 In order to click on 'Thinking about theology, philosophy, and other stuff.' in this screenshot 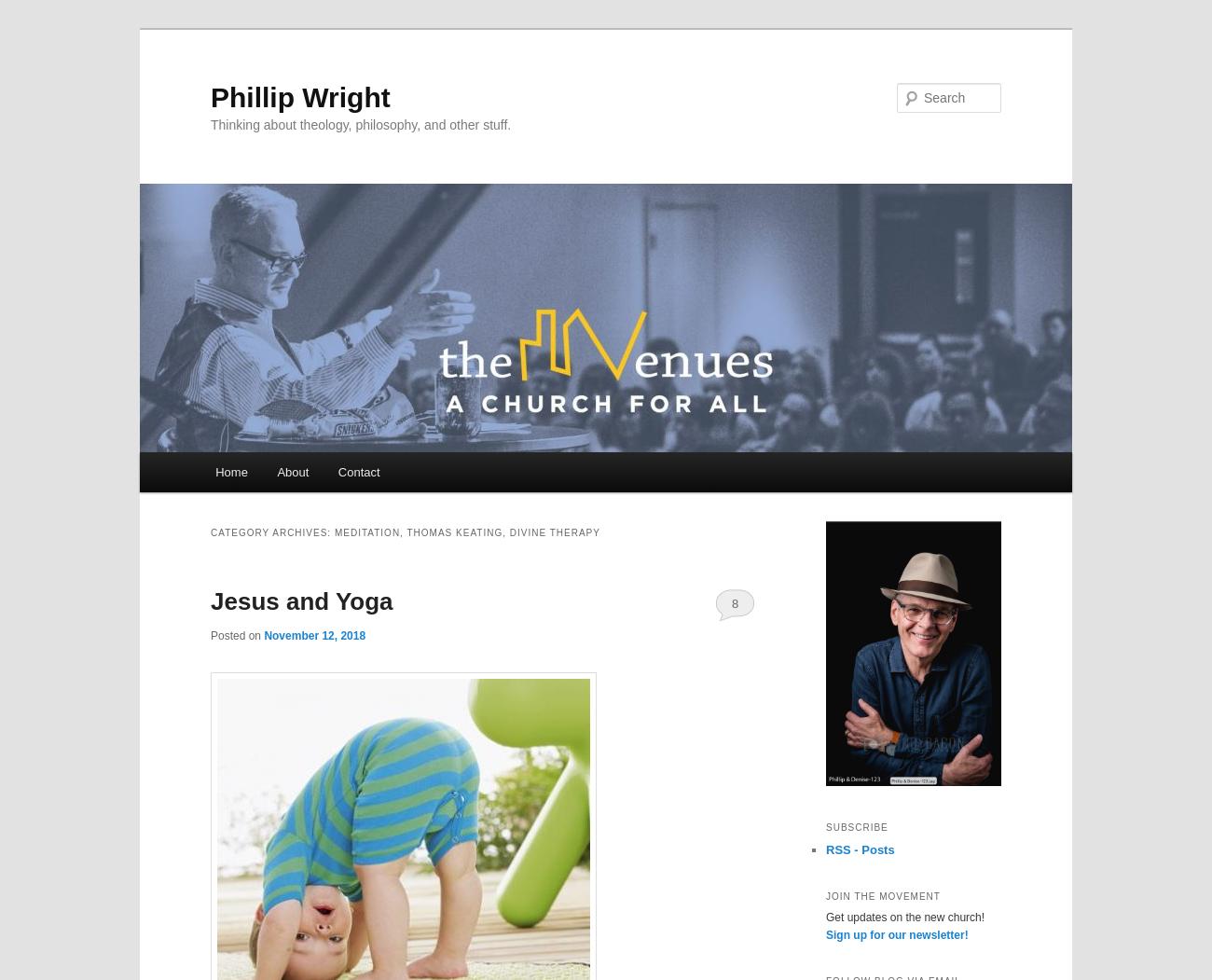, I will do `click(361, 122)`.